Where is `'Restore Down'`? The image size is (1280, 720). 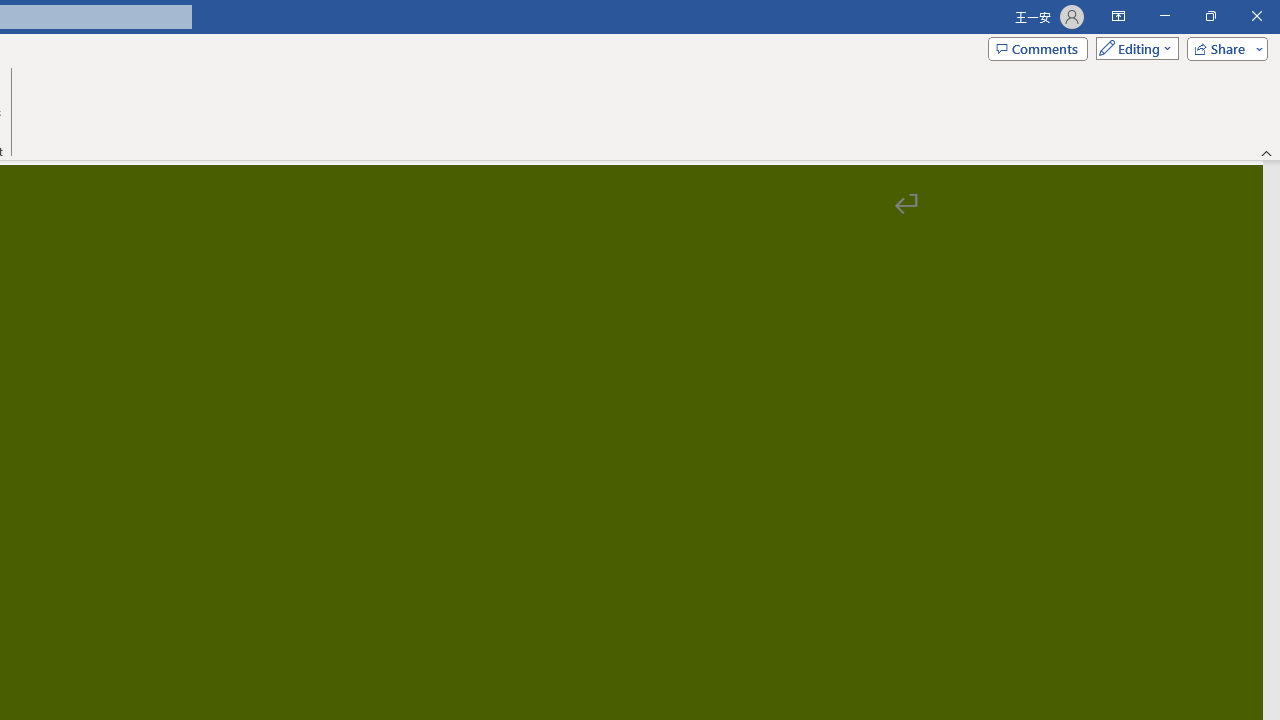
'Restore Down' is located at coordinates (1209, 16).